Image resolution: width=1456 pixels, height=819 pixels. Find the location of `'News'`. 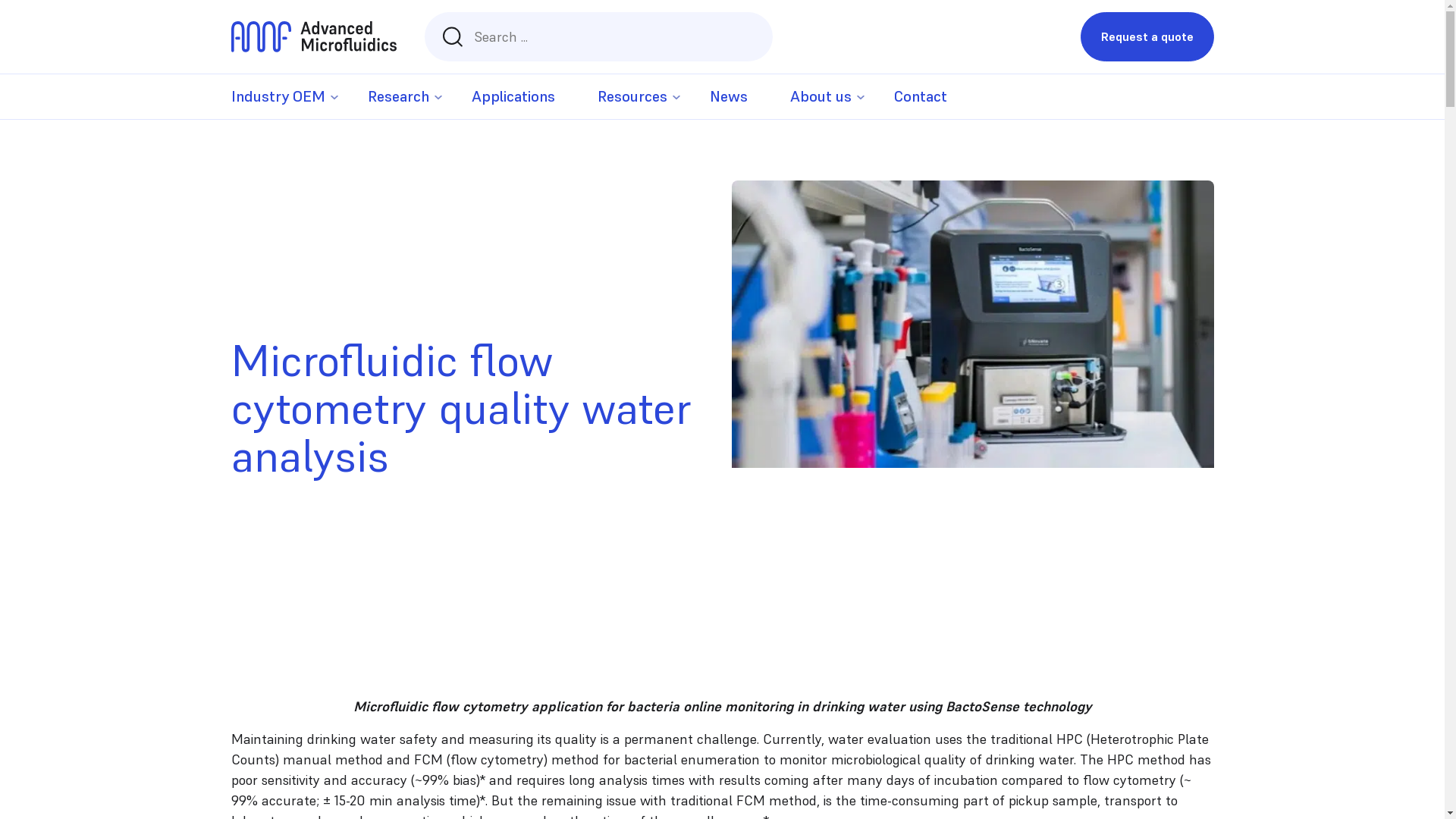

'News' is located at coordinates (728, 96).